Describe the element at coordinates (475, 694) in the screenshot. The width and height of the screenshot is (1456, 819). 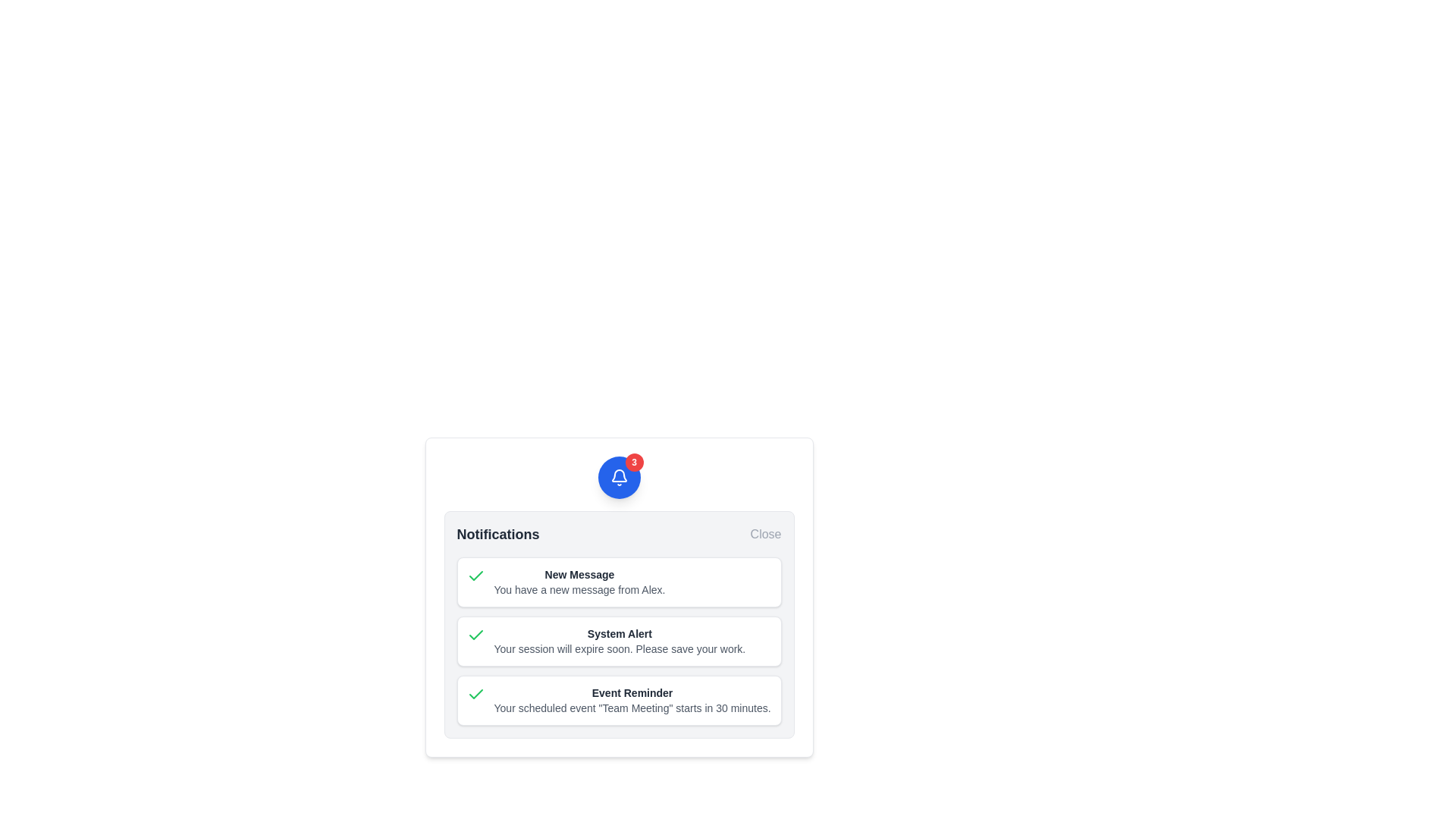
I see `the green checkmark icon located on the left side of the bottom notification item in the notifications panel, which indicates a positive or confirmed action` at that location.